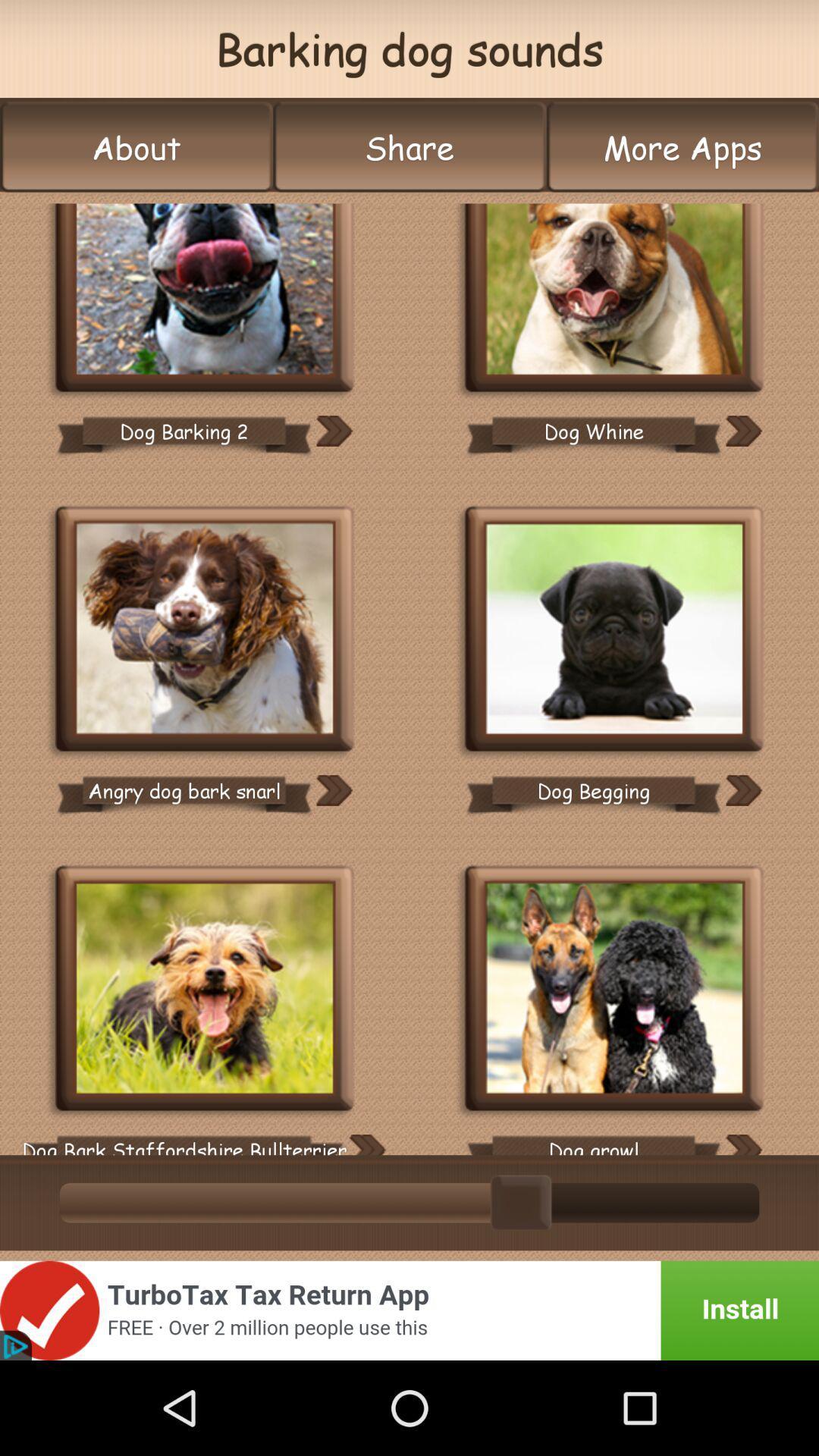 Image resolution: width=819 pixels, height=1456 pixels. Describe the element at coordinates (682, 147) in the screenshot. I see `the icon to the right of the share icon` at that location.